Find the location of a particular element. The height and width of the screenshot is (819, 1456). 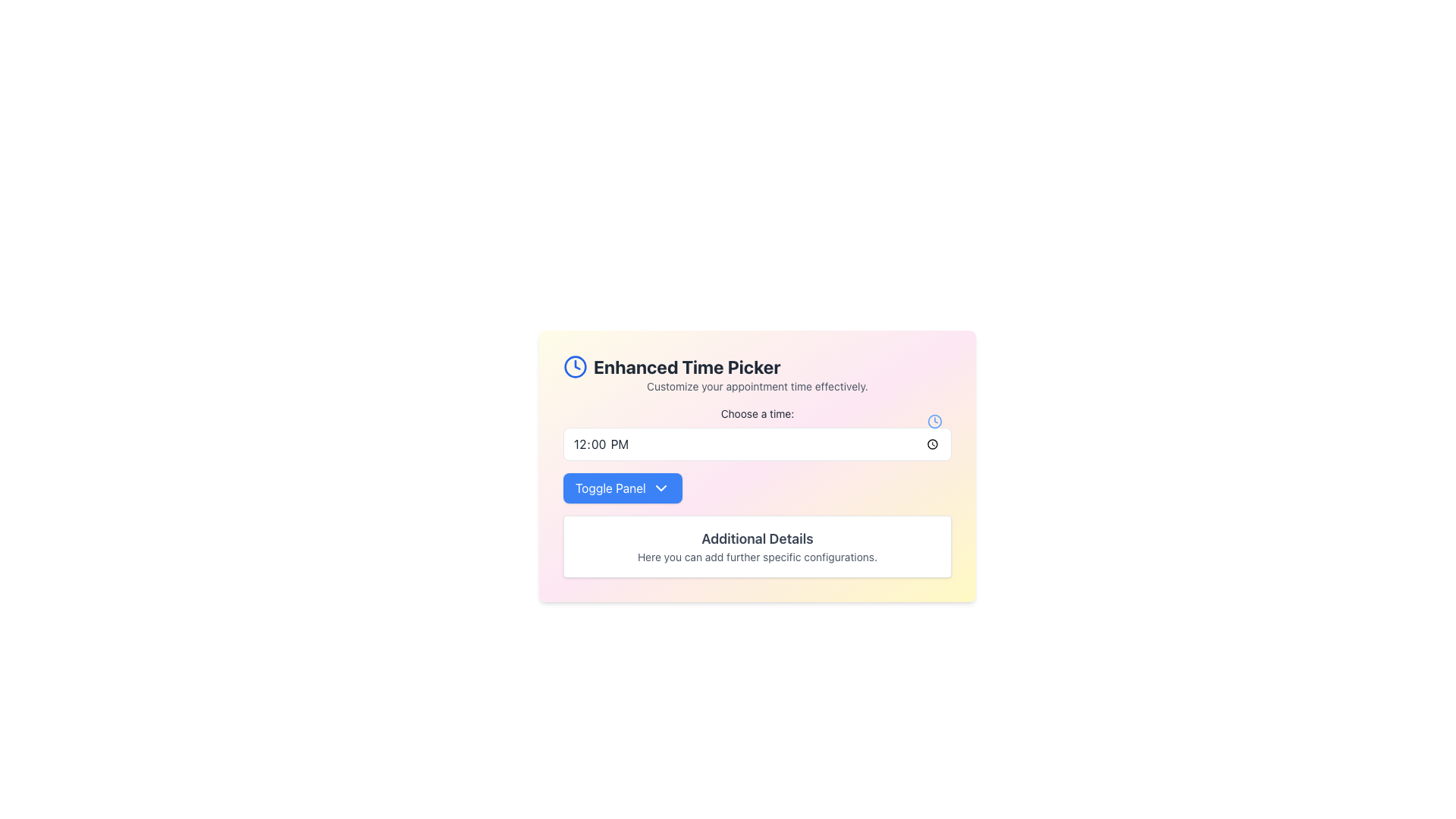

the static descriptive text located below the 'Enhanced Time Picker' header, providing context or guidance related to the time picker is located at coordinates (757, 385).